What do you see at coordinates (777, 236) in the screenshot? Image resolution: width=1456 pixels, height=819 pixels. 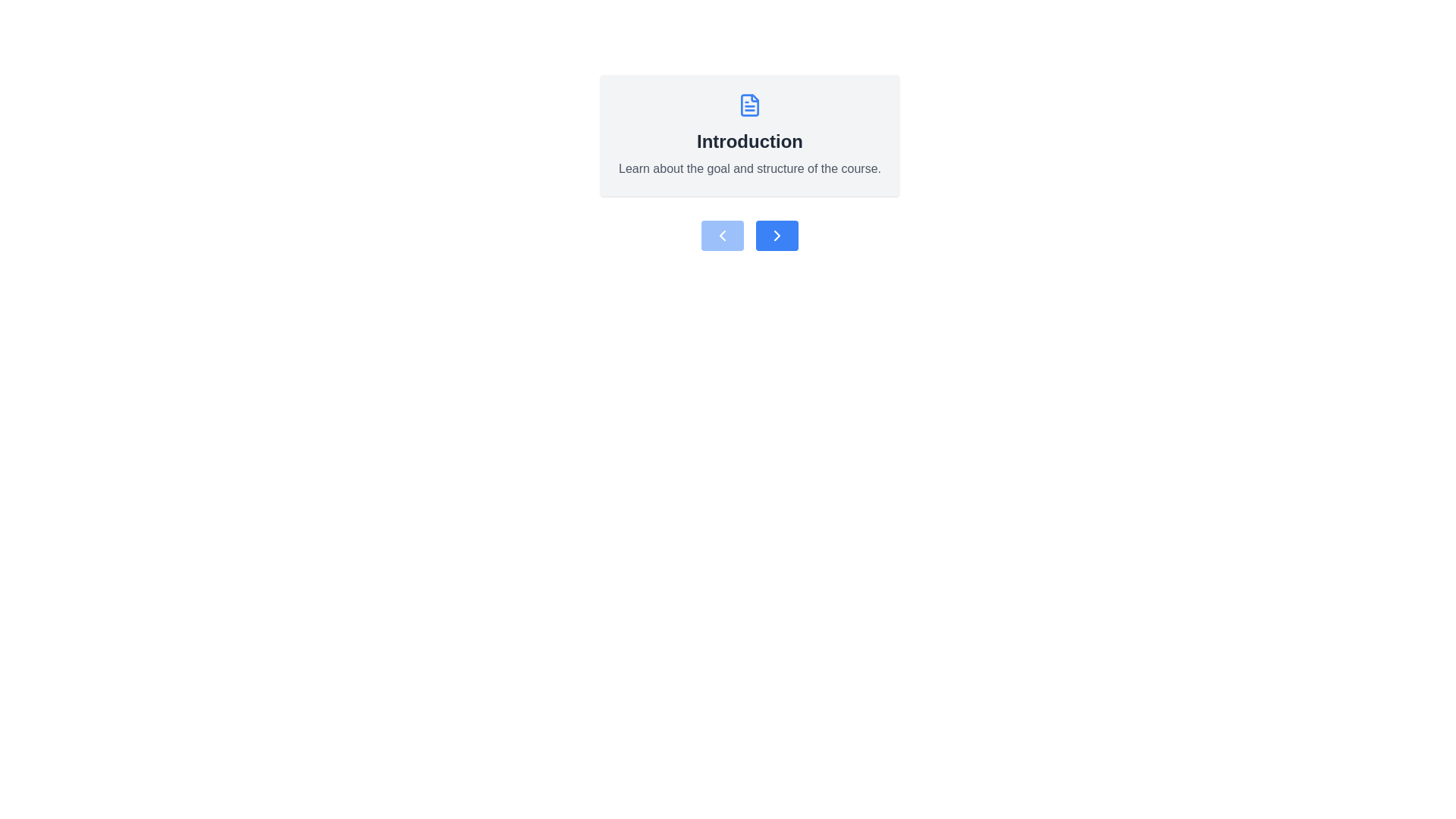 I see `the second button for navigation located below the heading 'Introduction' to receive visual feedback` at bounding box center [777, 236].